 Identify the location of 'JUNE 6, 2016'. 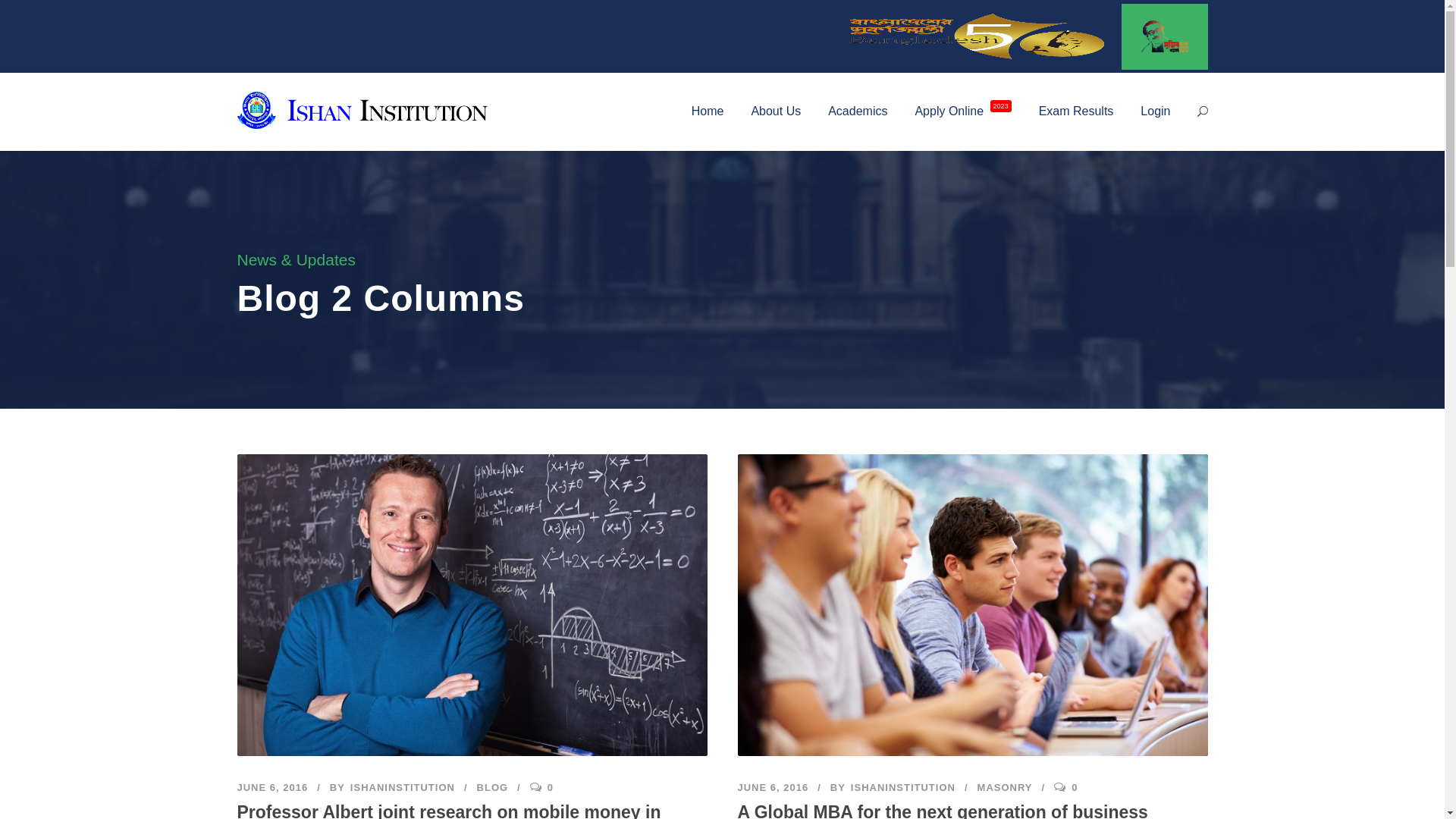
(772, 786).